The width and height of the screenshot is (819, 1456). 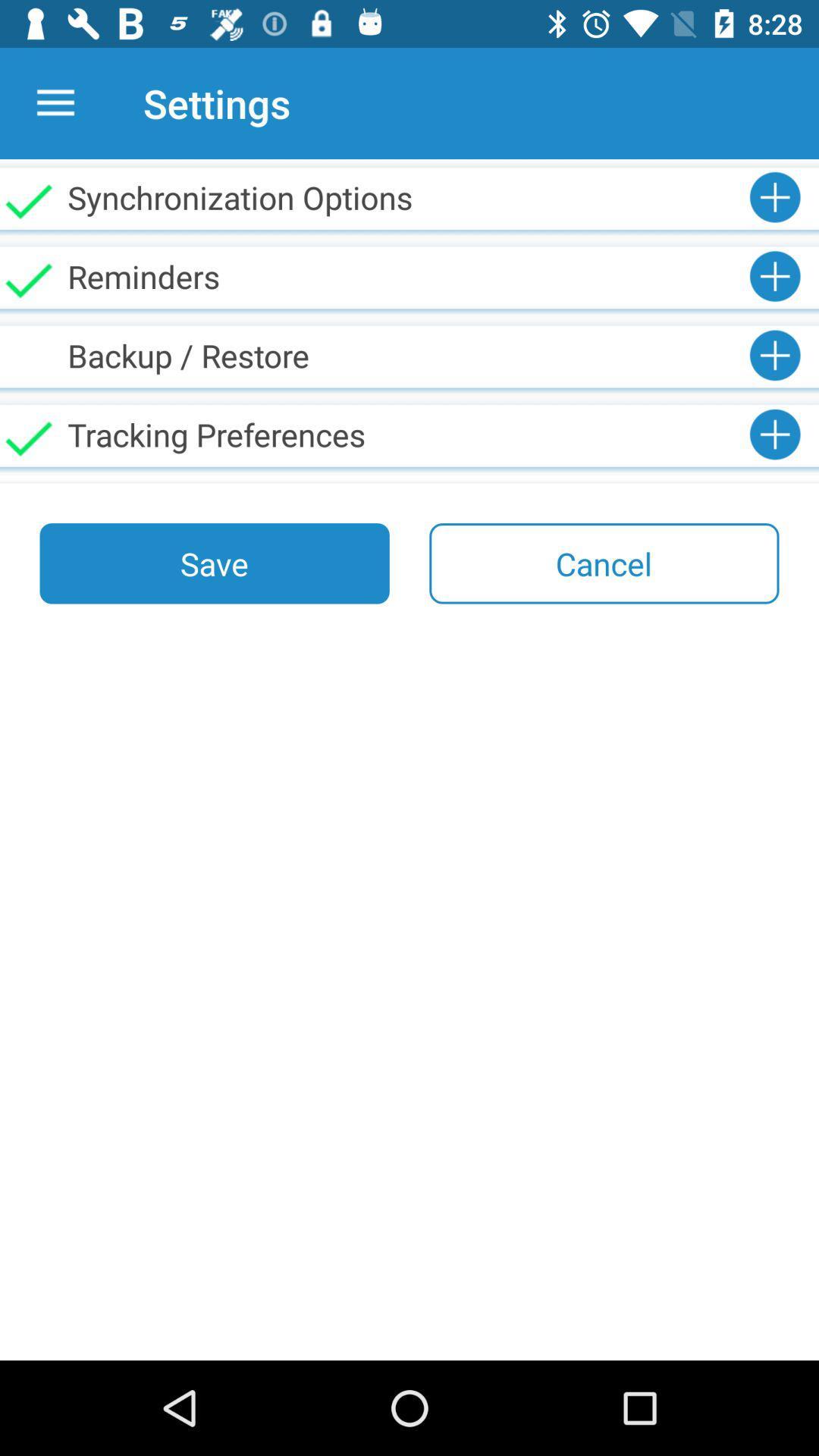 I want to click on open menu, so click(x=55, y=102).